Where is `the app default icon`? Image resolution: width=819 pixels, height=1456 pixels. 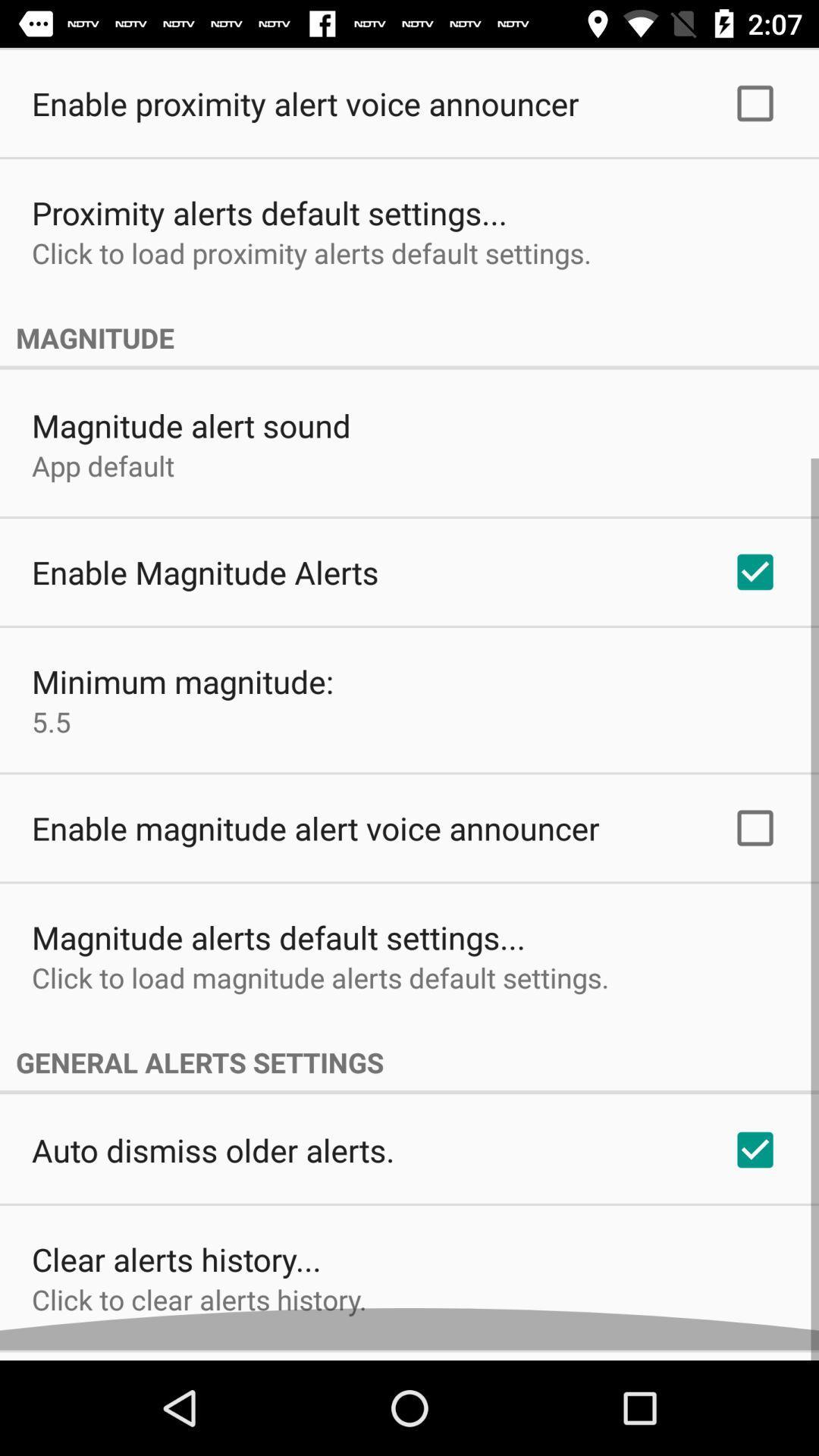
the app default icon is located at coordinates (102, 475).